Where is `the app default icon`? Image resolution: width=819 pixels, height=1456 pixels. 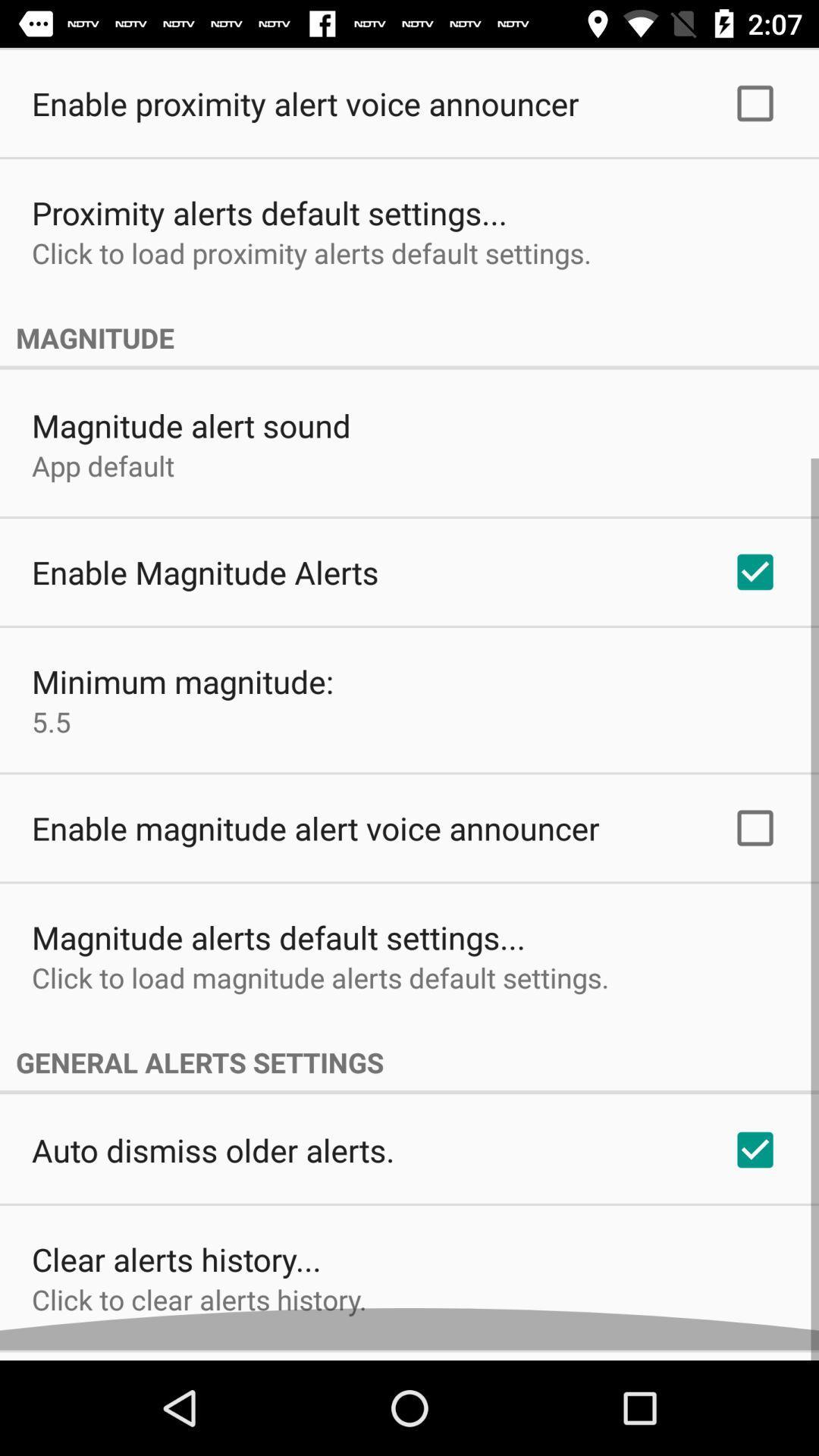
the app default icon is located at coordinates (102, 475).